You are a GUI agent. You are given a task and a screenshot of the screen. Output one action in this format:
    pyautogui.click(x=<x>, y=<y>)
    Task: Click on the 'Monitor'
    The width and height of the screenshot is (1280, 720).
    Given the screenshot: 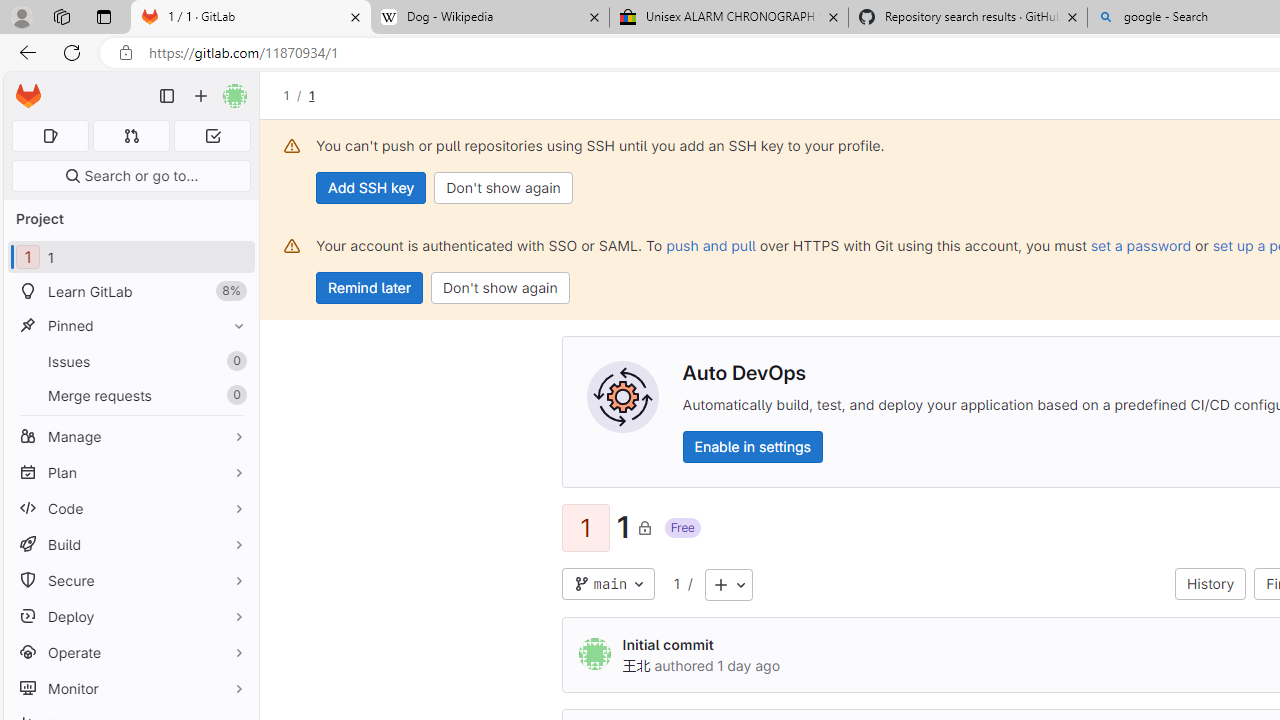 What is the action you would take?
    pyautogui.click(x=130, y=687)
    